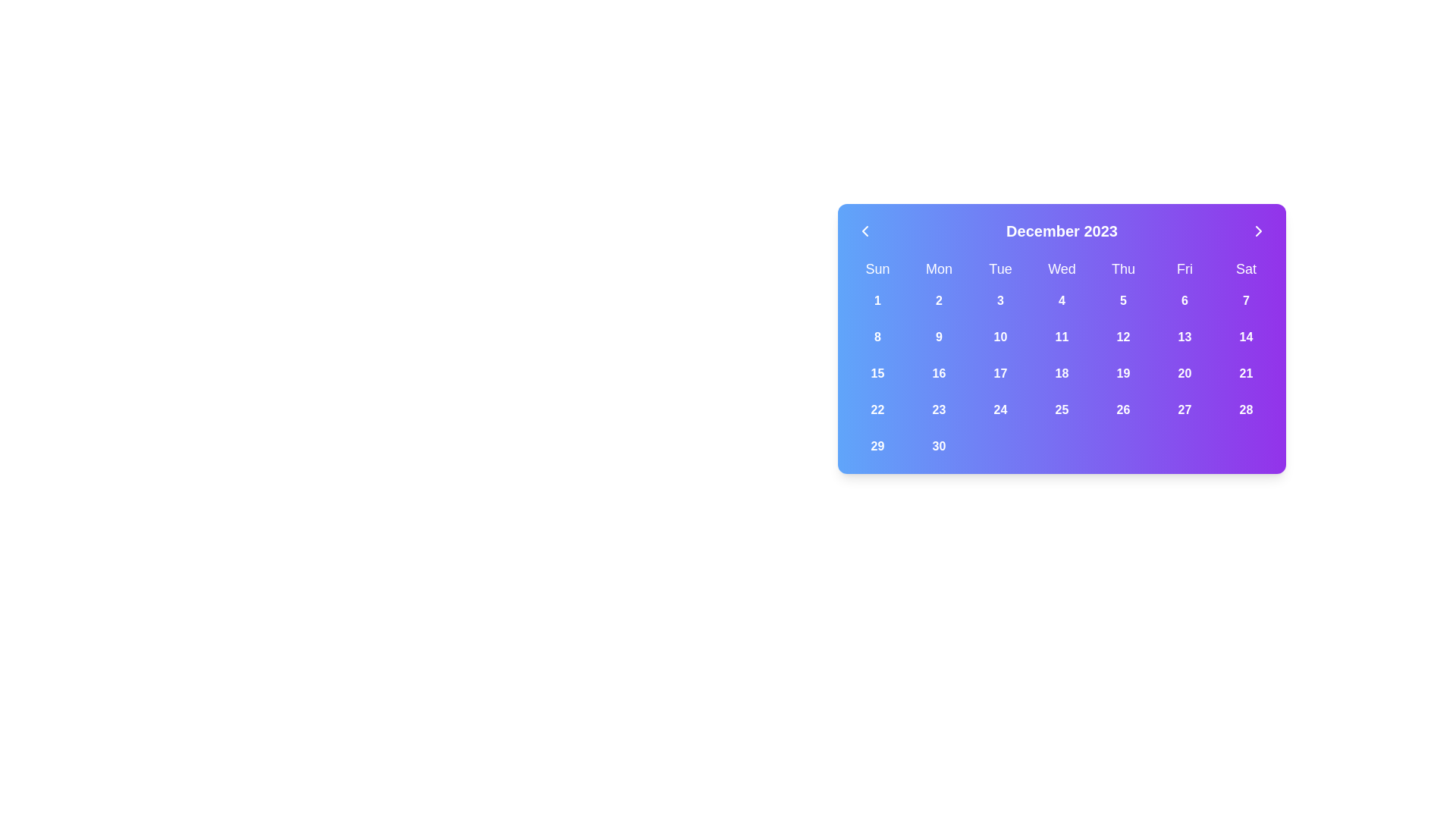  I want to click on the left-pointing chevron button in the calendar navigation interface, so click(865, 231).